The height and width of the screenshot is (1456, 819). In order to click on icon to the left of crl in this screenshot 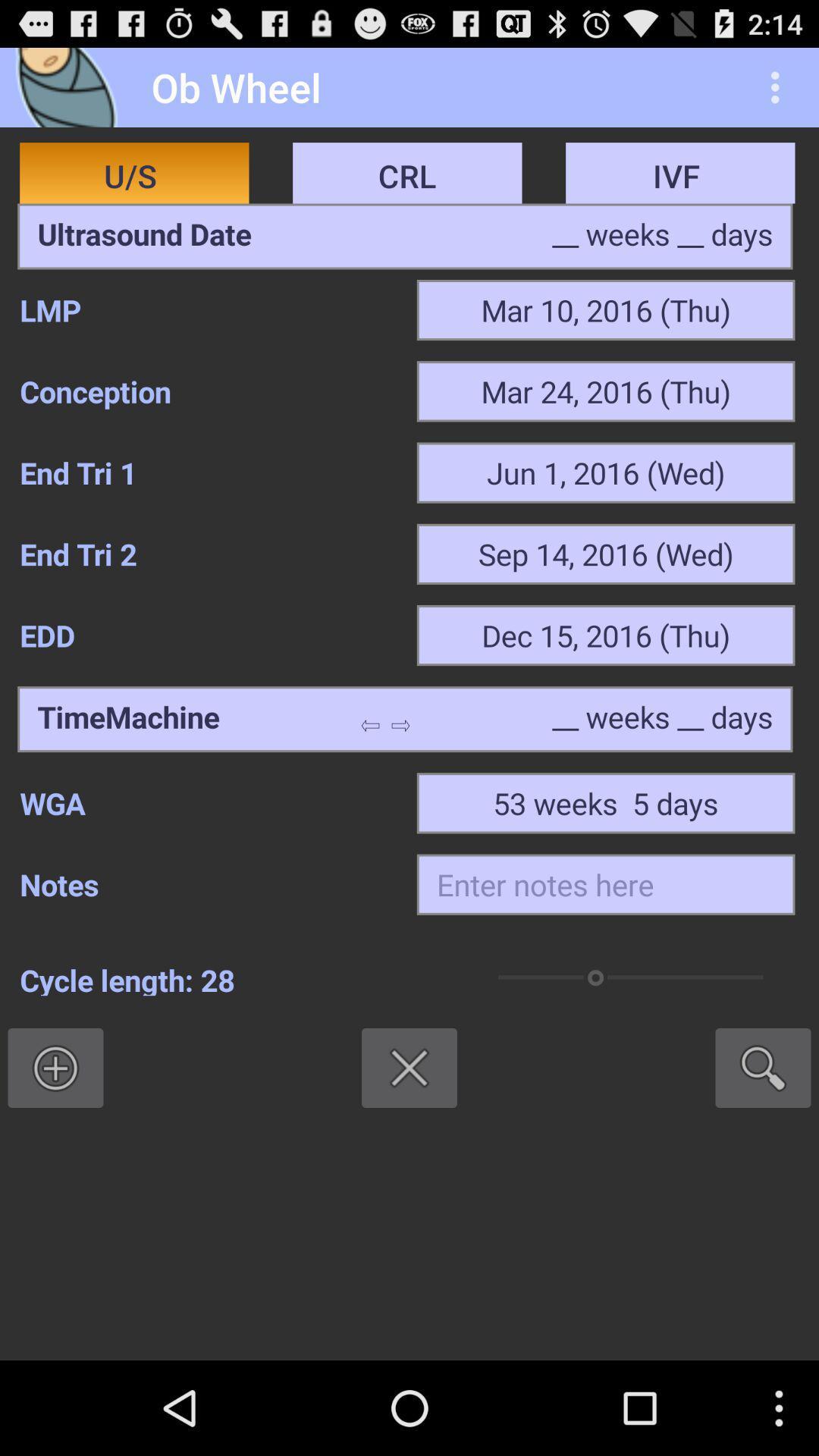, I will do `click(144, 236)`.